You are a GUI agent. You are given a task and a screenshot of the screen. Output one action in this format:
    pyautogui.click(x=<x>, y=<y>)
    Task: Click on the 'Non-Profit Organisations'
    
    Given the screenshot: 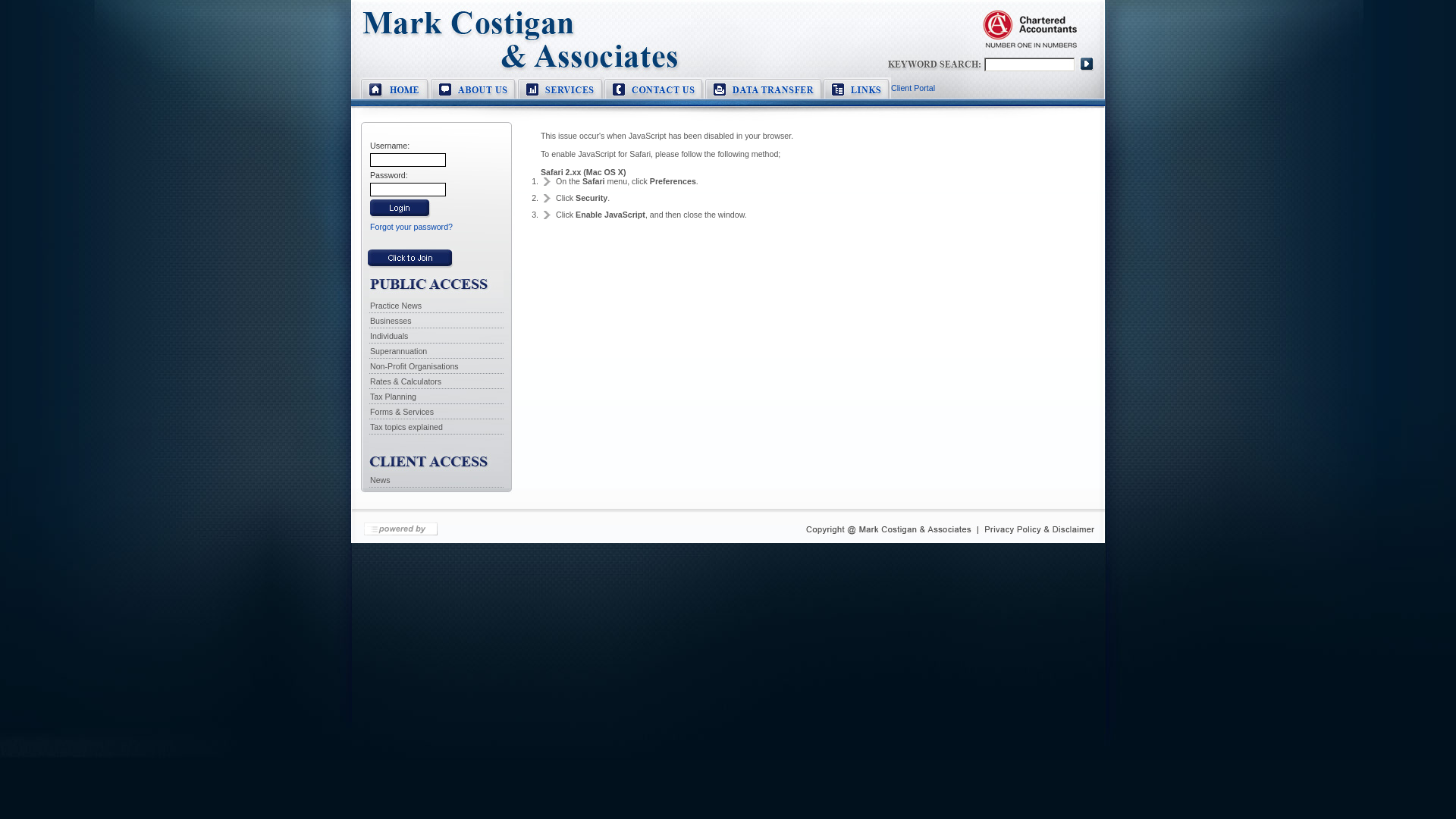 What is the action you would take?
    pyautogui.click(x=414, y=366)
    